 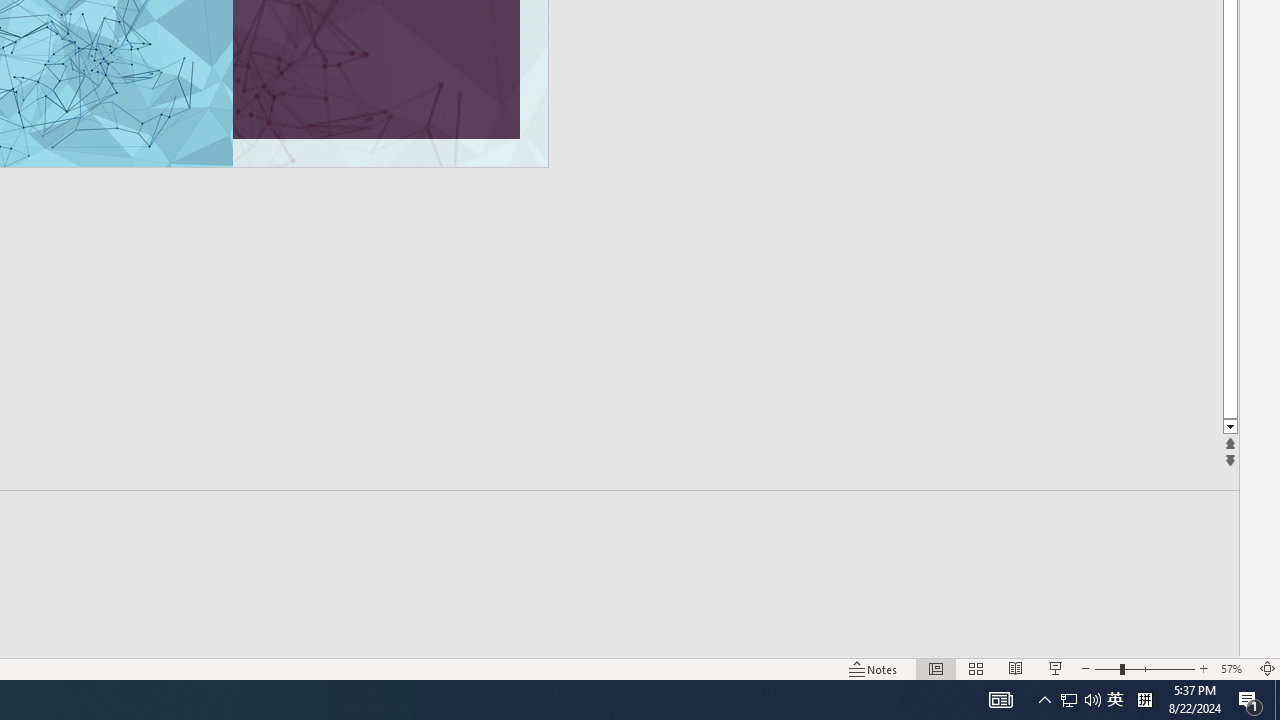 I want to click on 'Normal', so click(x=935, y=669).